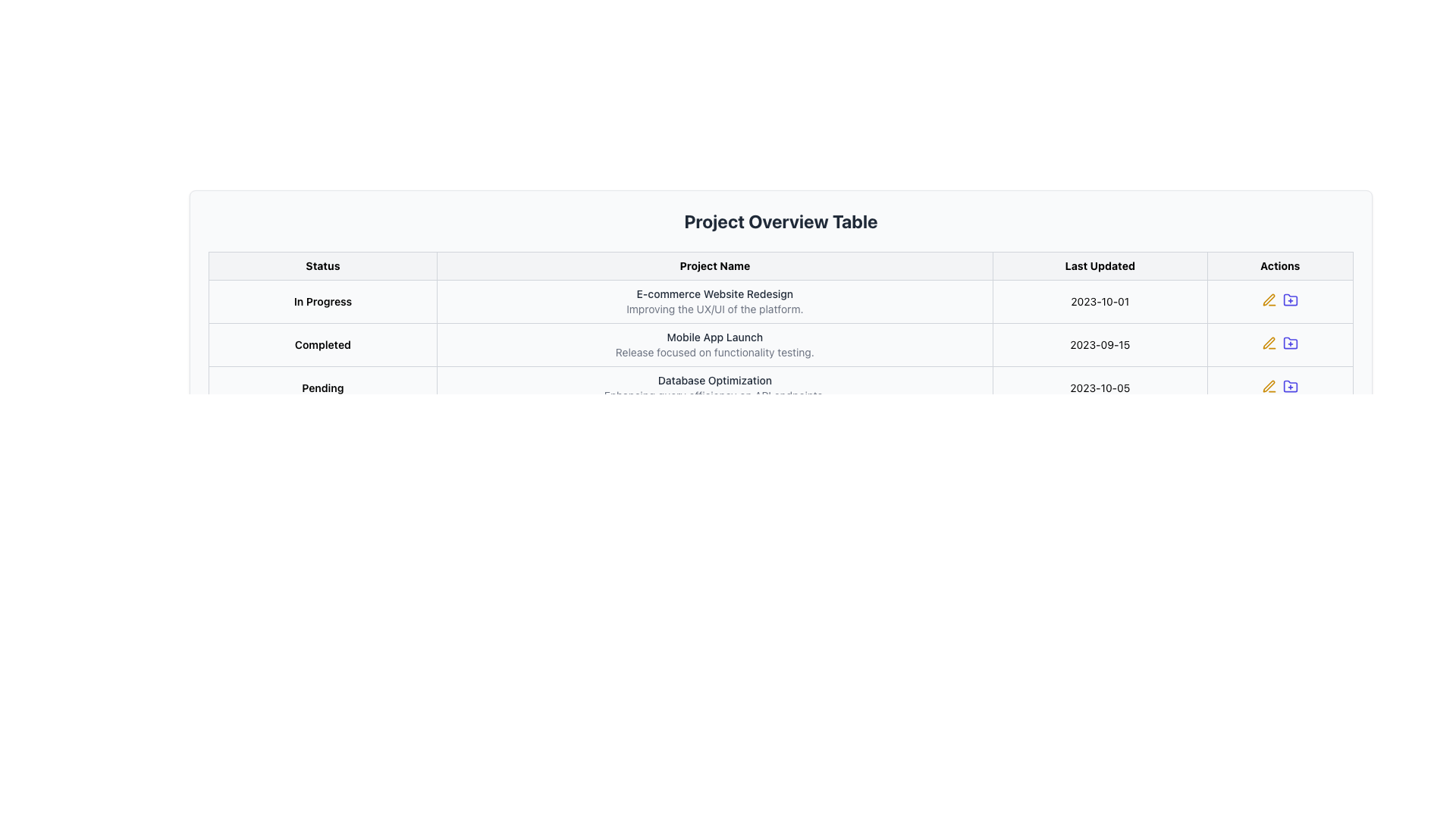 This screenshot has height=819, width=1456. What do you see at coordinates (1290, 300) in the screenshot?
I see `the plus icon in the top row of the 'Actions' column, which is represented by a folder with a plus sign in blue line art` at bounding box center [1290, 300].